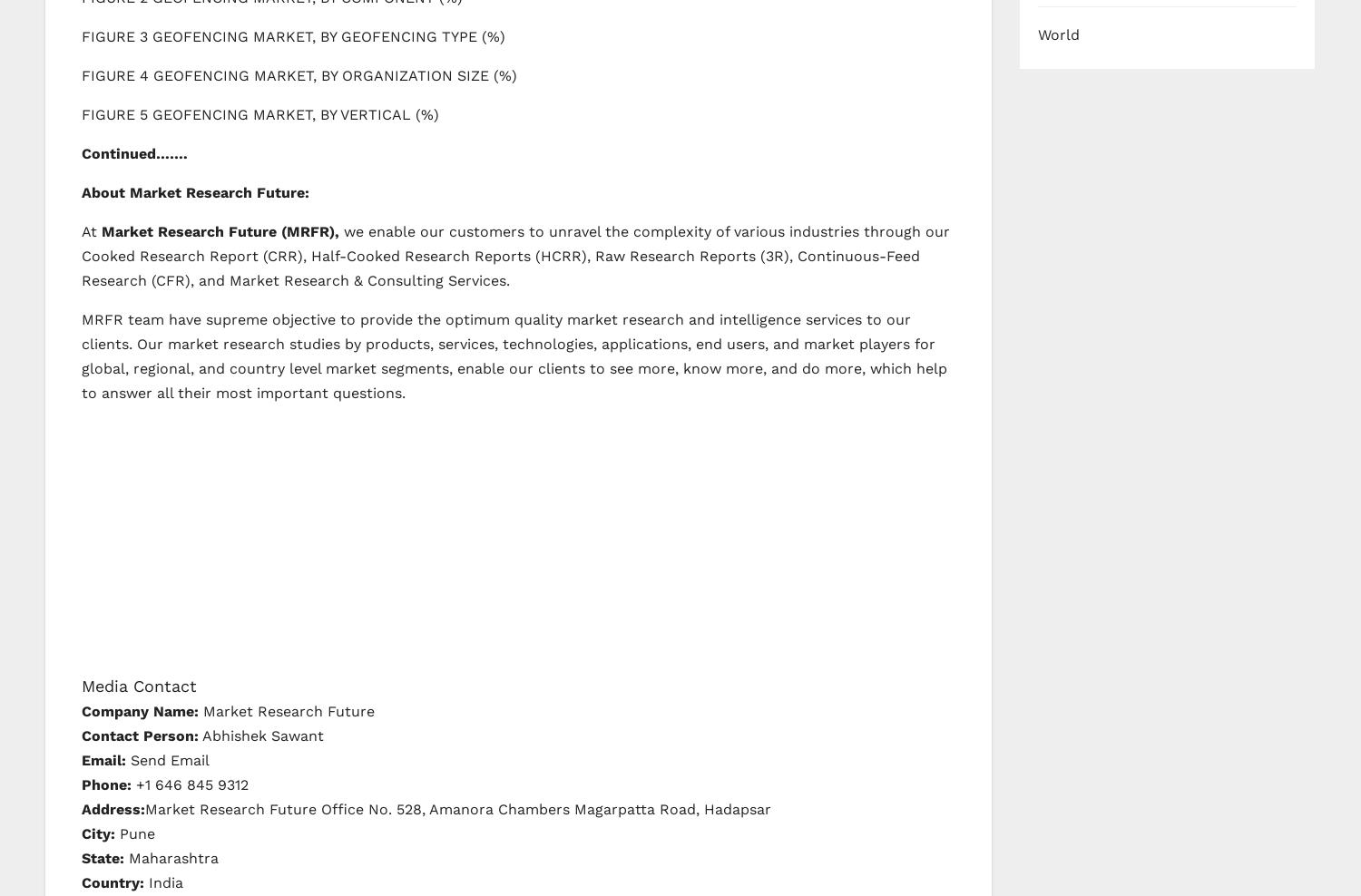 This screenshot has width=1361, height=896. I want to click on 'Maharashtra', so click(171, 857).